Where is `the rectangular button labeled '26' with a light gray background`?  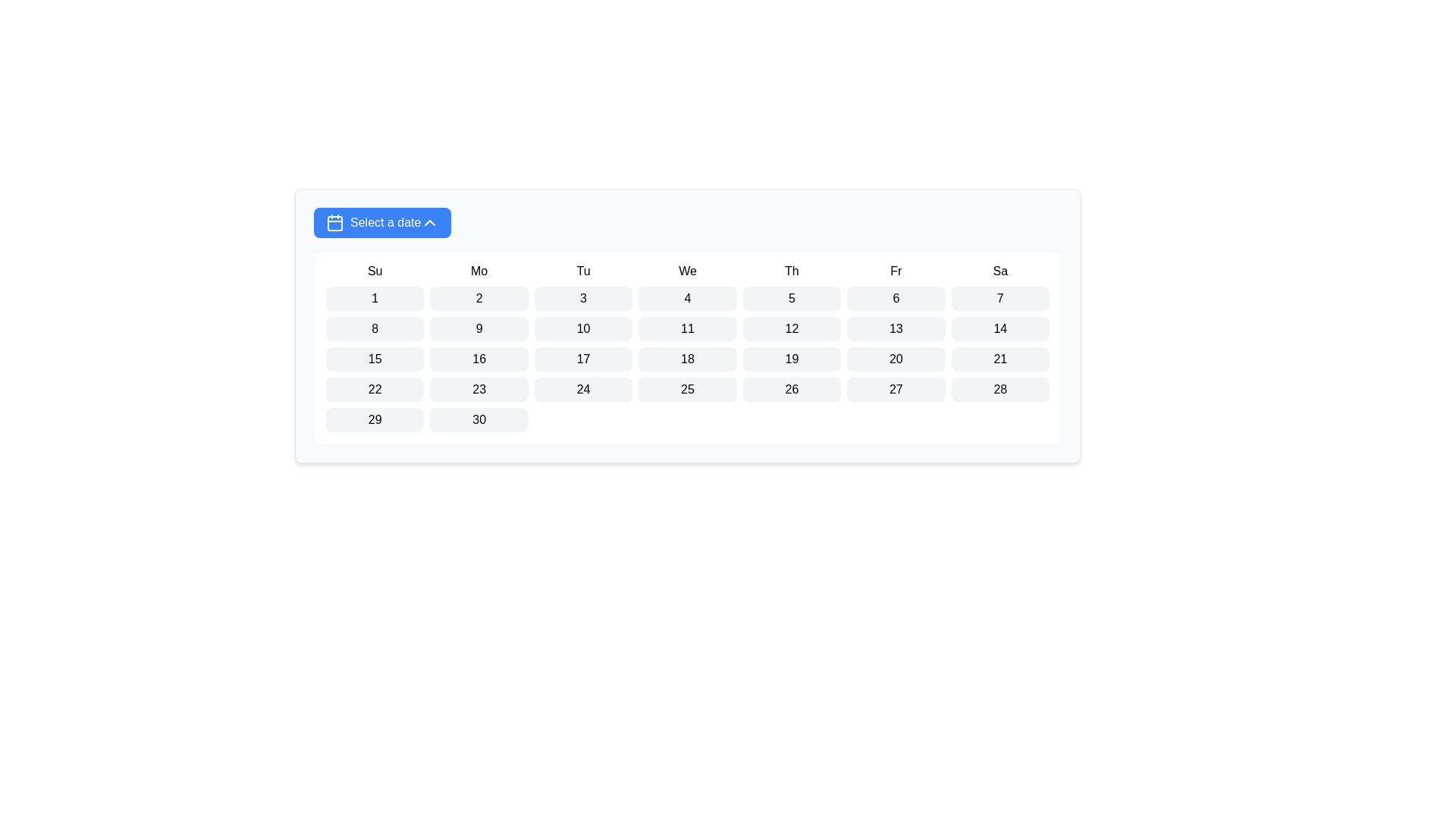
the rectangular button labeled '26' with a light gray background is located at coordinates (791, 388).